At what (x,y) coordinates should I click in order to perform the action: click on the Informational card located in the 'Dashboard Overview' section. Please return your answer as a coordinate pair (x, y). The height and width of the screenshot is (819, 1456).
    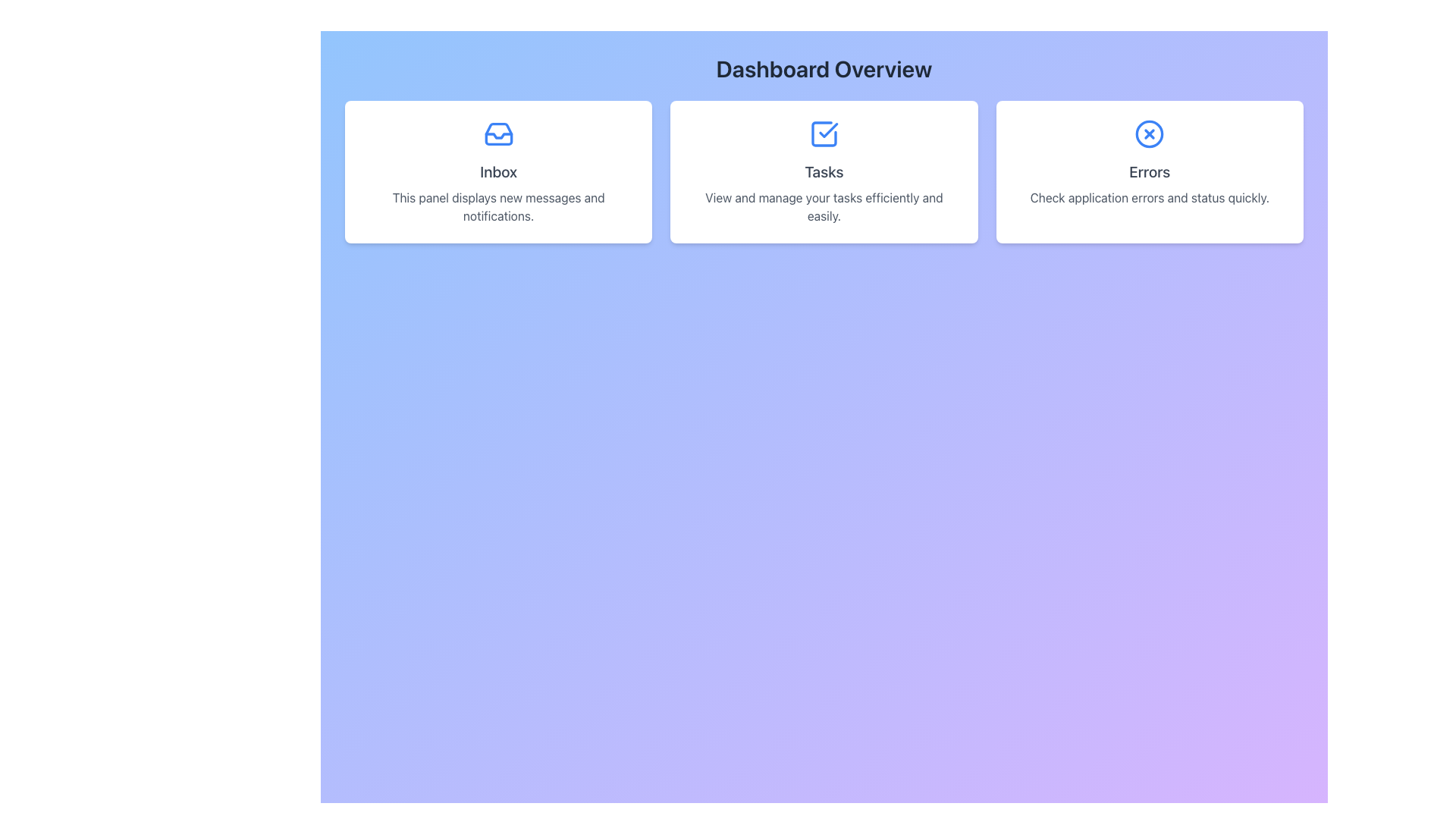
    Looking at the image, I should click on (1150, 171).